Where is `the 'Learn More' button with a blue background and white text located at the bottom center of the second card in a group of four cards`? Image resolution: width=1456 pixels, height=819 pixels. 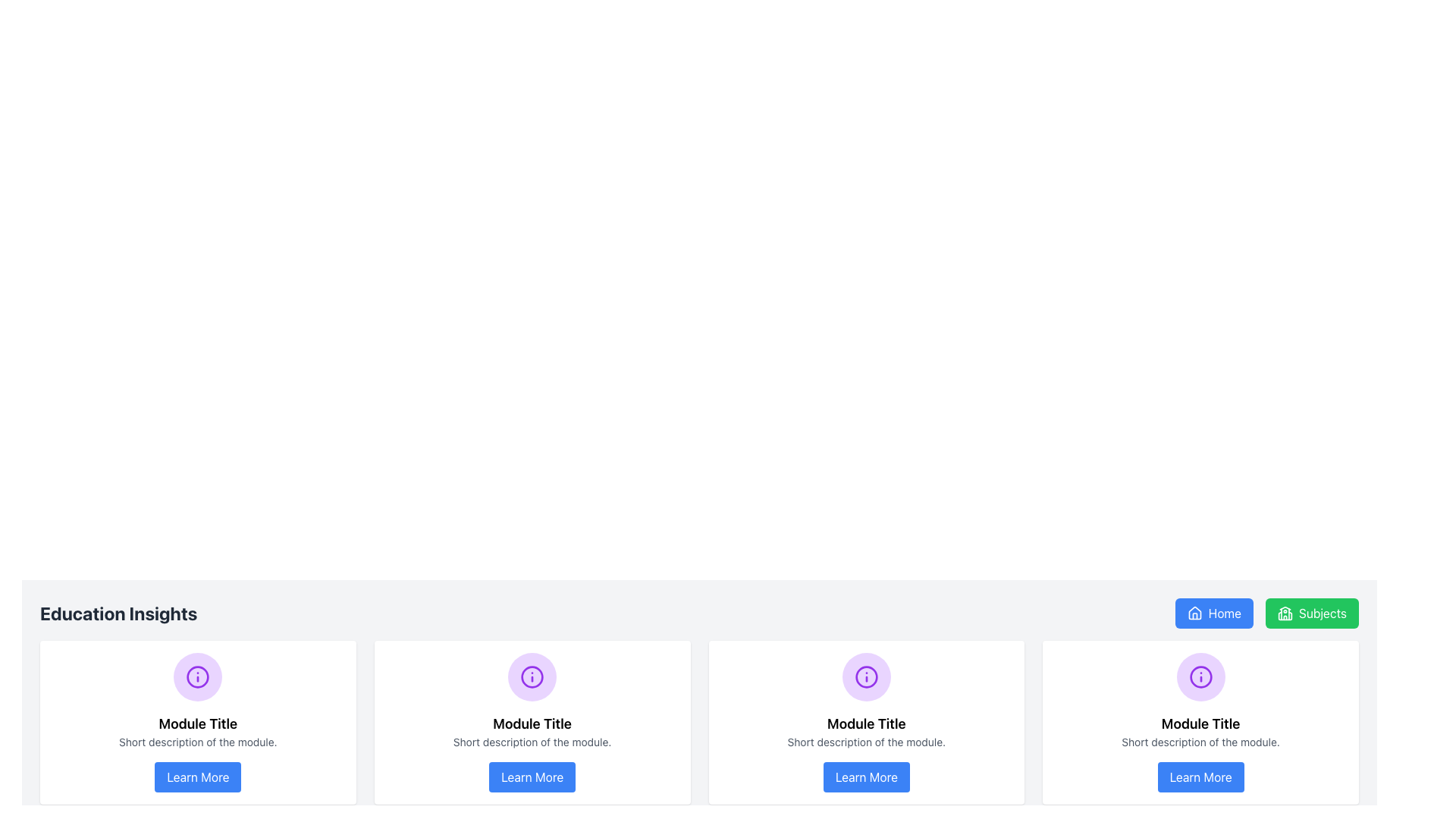 the 'Learn More' button with a blue background and white text located at the bottom center of the second card in a group of four cards is located at coordinates (532, 777).